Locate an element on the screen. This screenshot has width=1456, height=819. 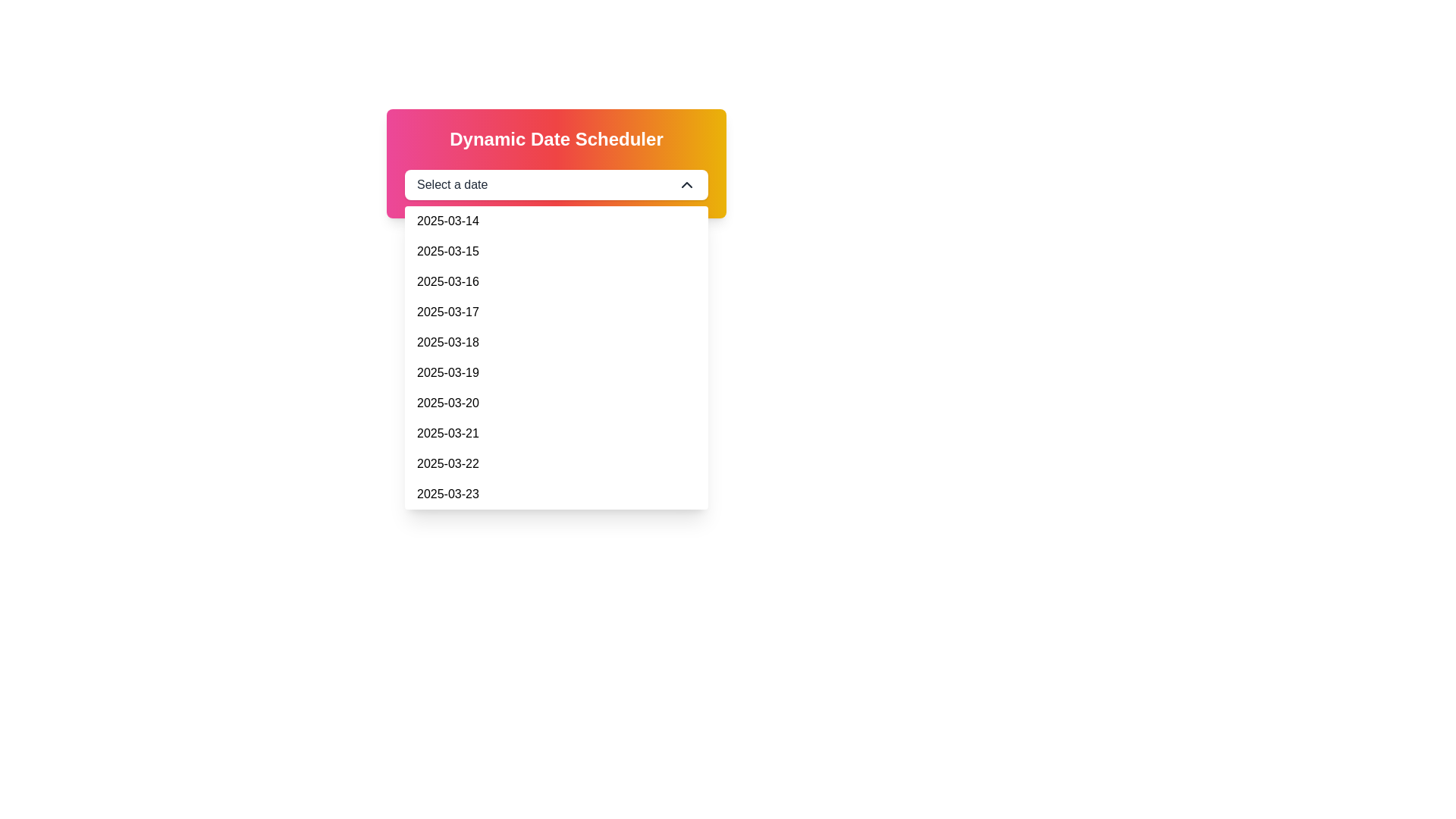
the list item representing the date '2025-03-20' in the dropdown menu is located at coordinates (556, 403).